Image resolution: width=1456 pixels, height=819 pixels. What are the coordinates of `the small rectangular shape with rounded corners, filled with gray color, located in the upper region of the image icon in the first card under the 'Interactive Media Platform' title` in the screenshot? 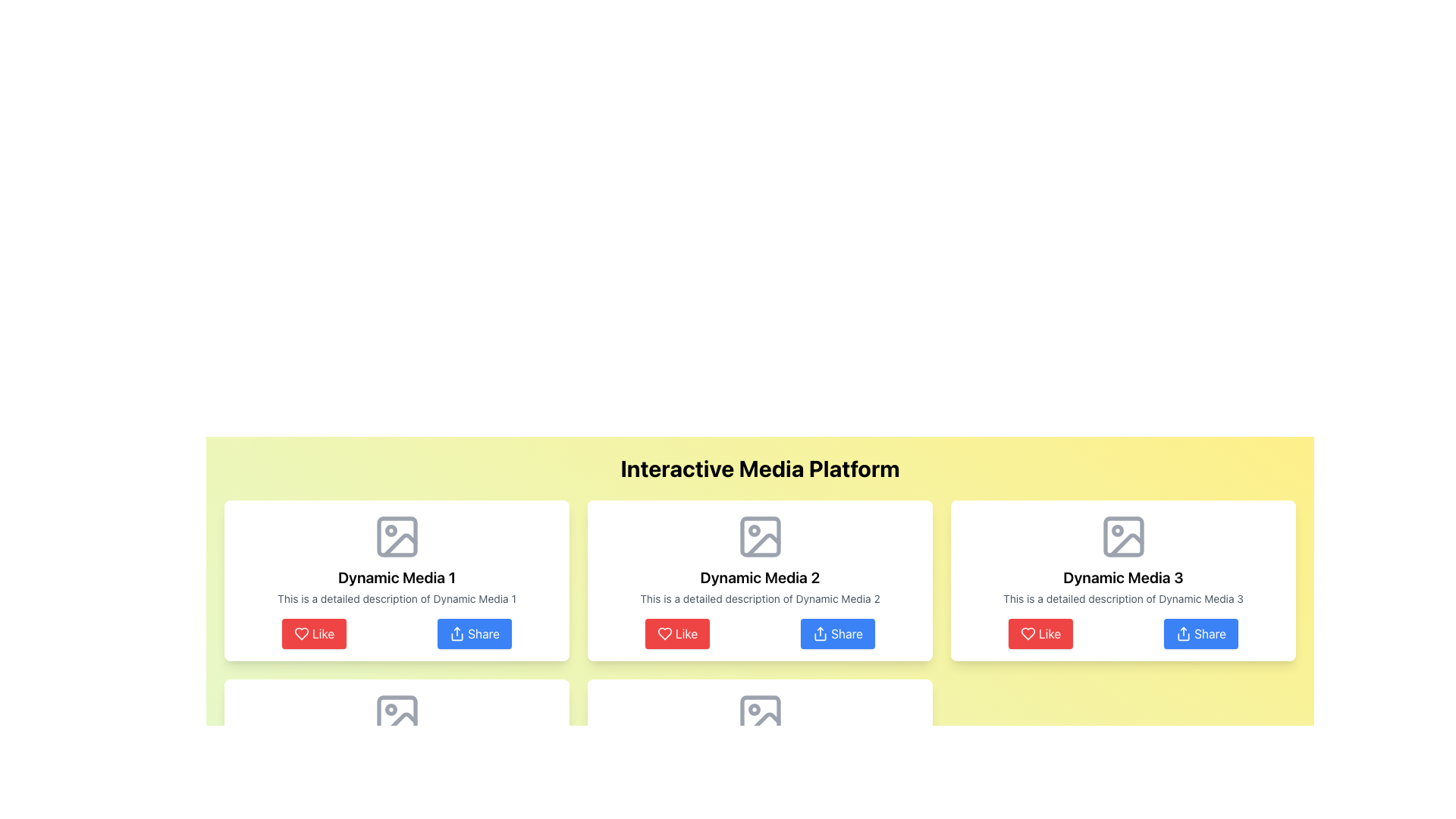 It's located at (397, 536).